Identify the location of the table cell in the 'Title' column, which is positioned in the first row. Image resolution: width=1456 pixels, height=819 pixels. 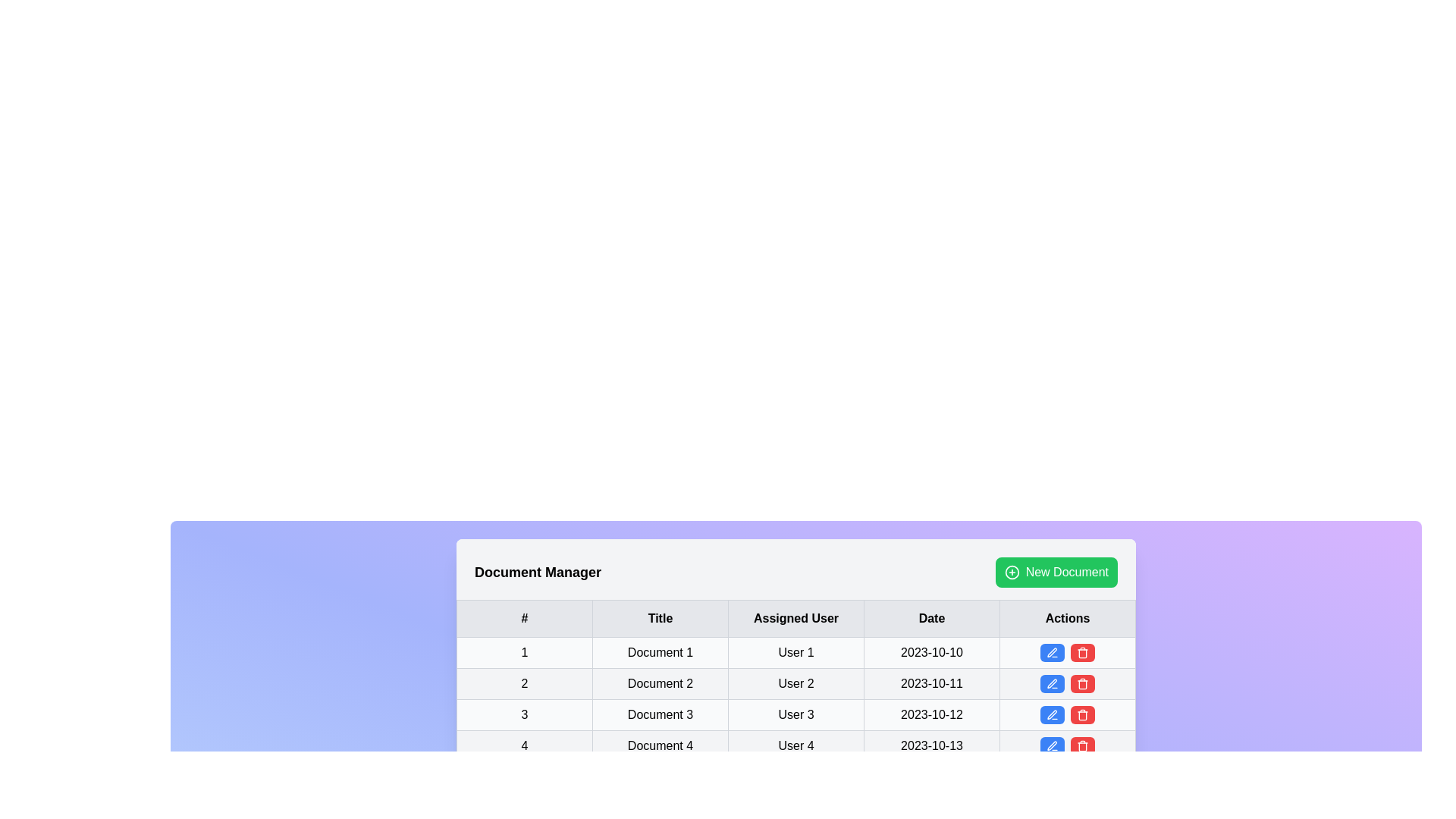
(660, 651).